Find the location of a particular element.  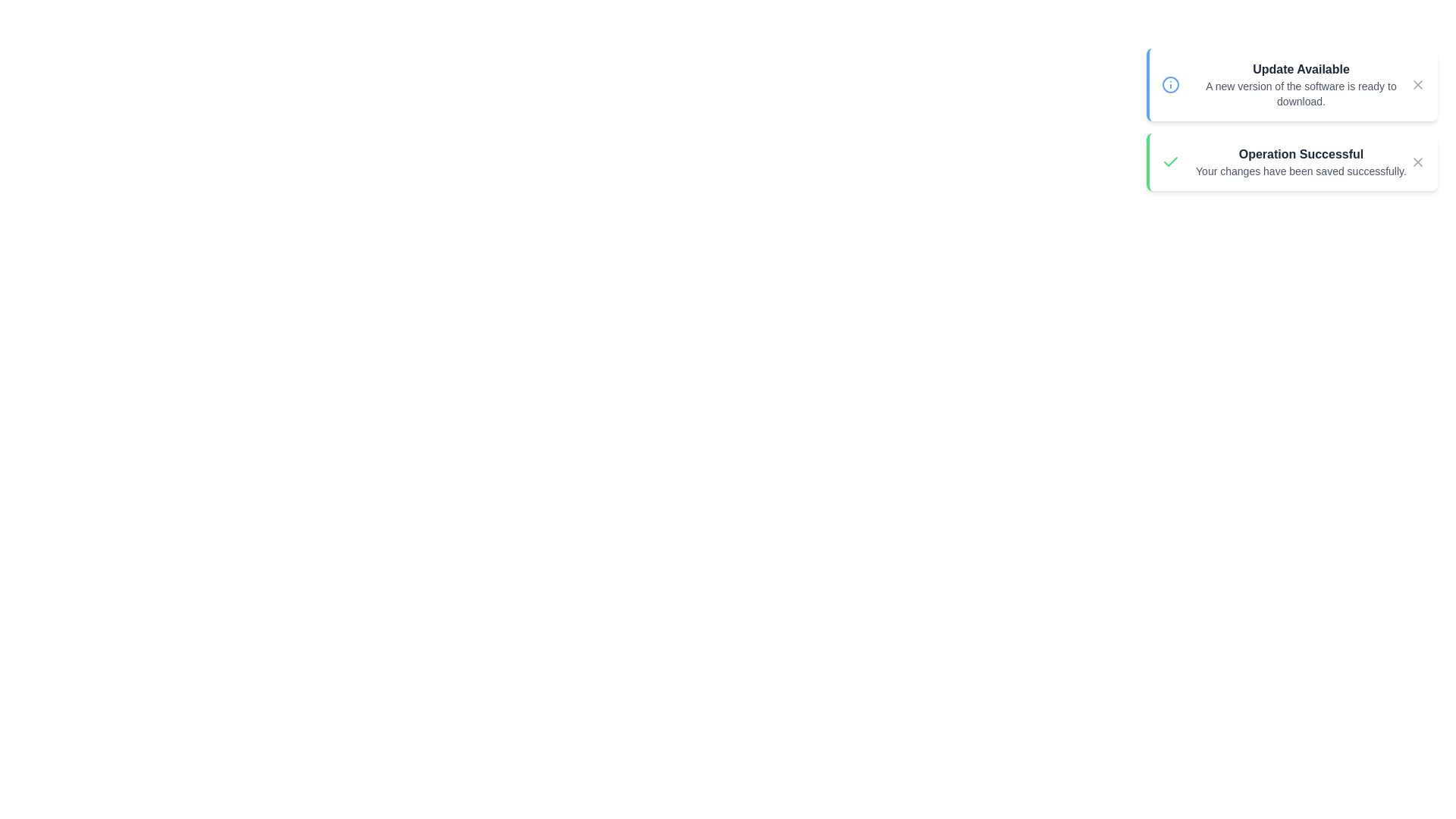

the close or dismiss button located in the top-right corner of the 'Operation Successful' notification is located at coordinates (1417, 162).